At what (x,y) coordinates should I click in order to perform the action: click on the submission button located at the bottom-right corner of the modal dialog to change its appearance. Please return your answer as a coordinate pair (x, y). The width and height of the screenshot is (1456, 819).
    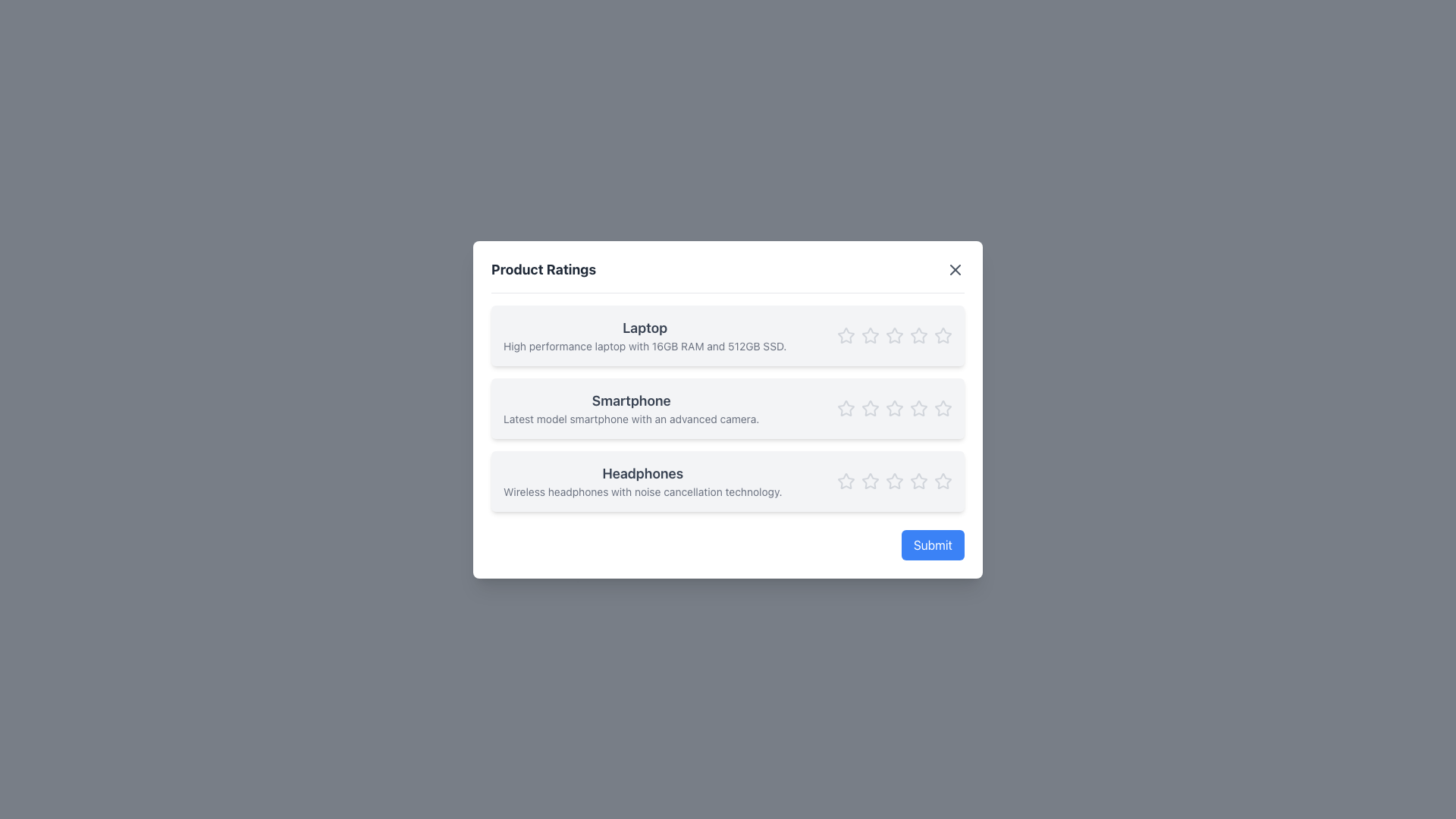
    Looking at the image, I should click on (932, 544).